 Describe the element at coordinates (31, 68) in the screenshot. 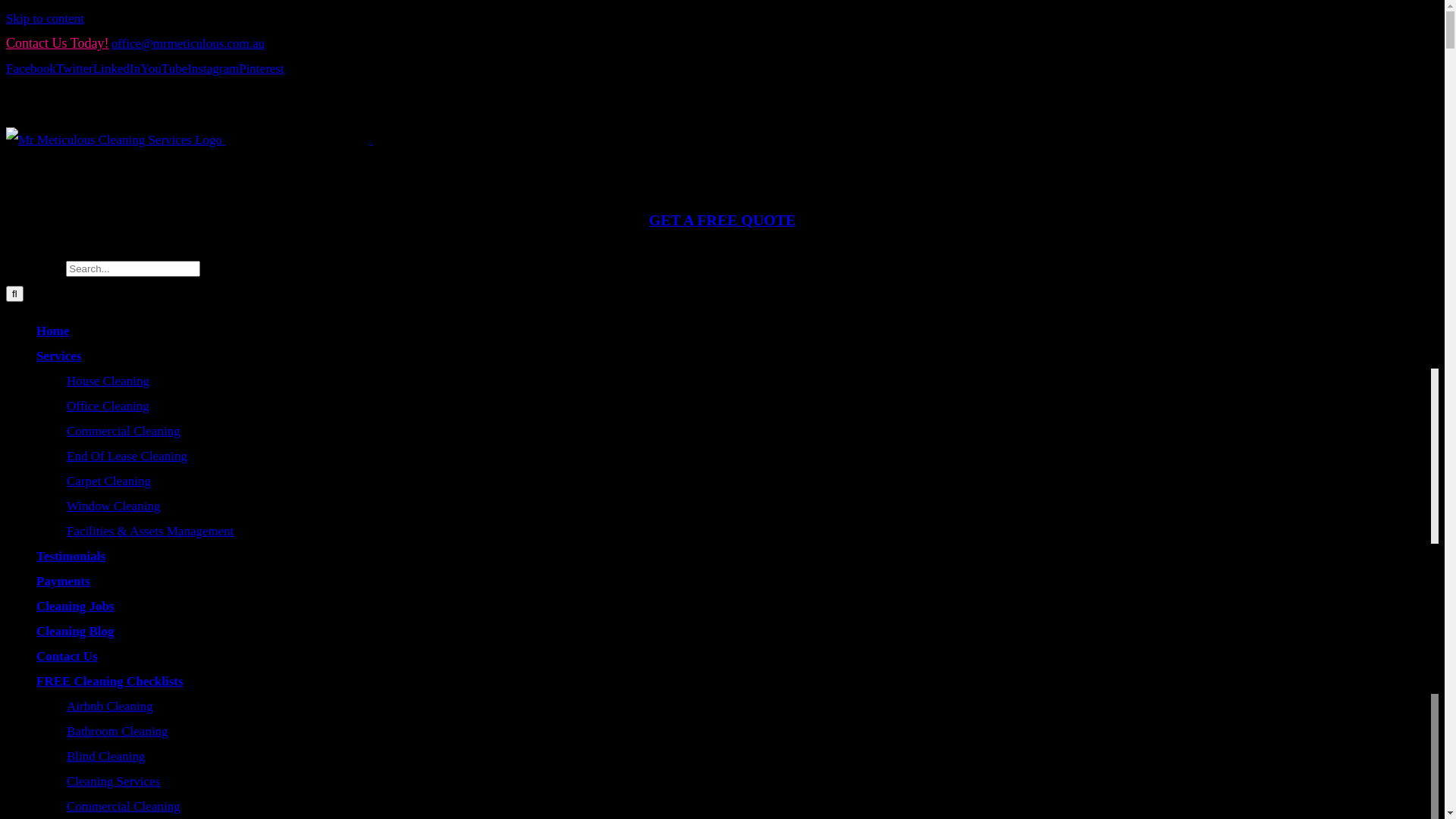

I see `'Facebook'` at that location.